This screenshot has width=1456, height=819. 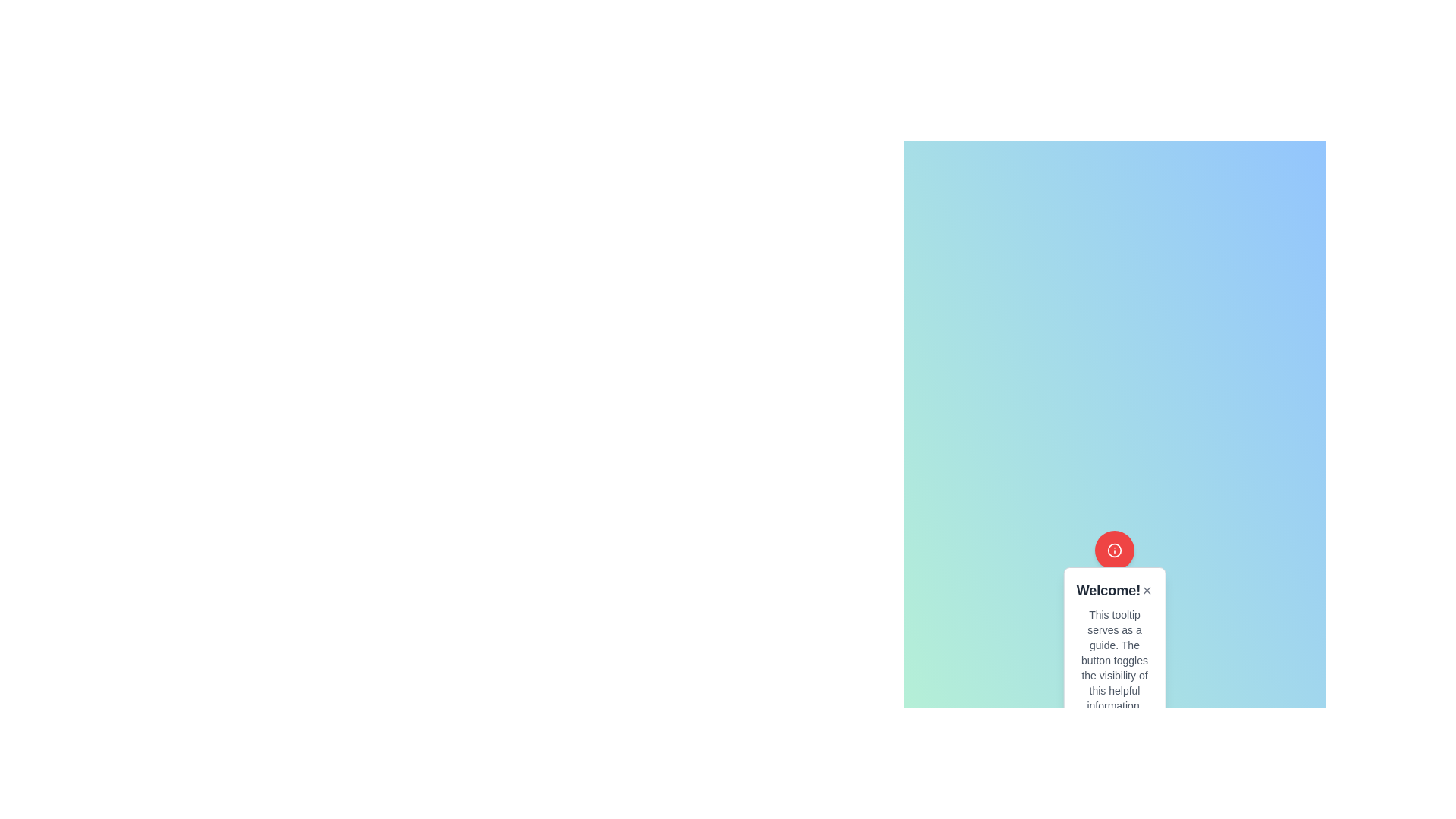 I want to click on the welcoming header static text located at the top section of the tooltip, which is the leftmost element among its siblings, to provide context for the associated information, so click(x=1109, y=590).